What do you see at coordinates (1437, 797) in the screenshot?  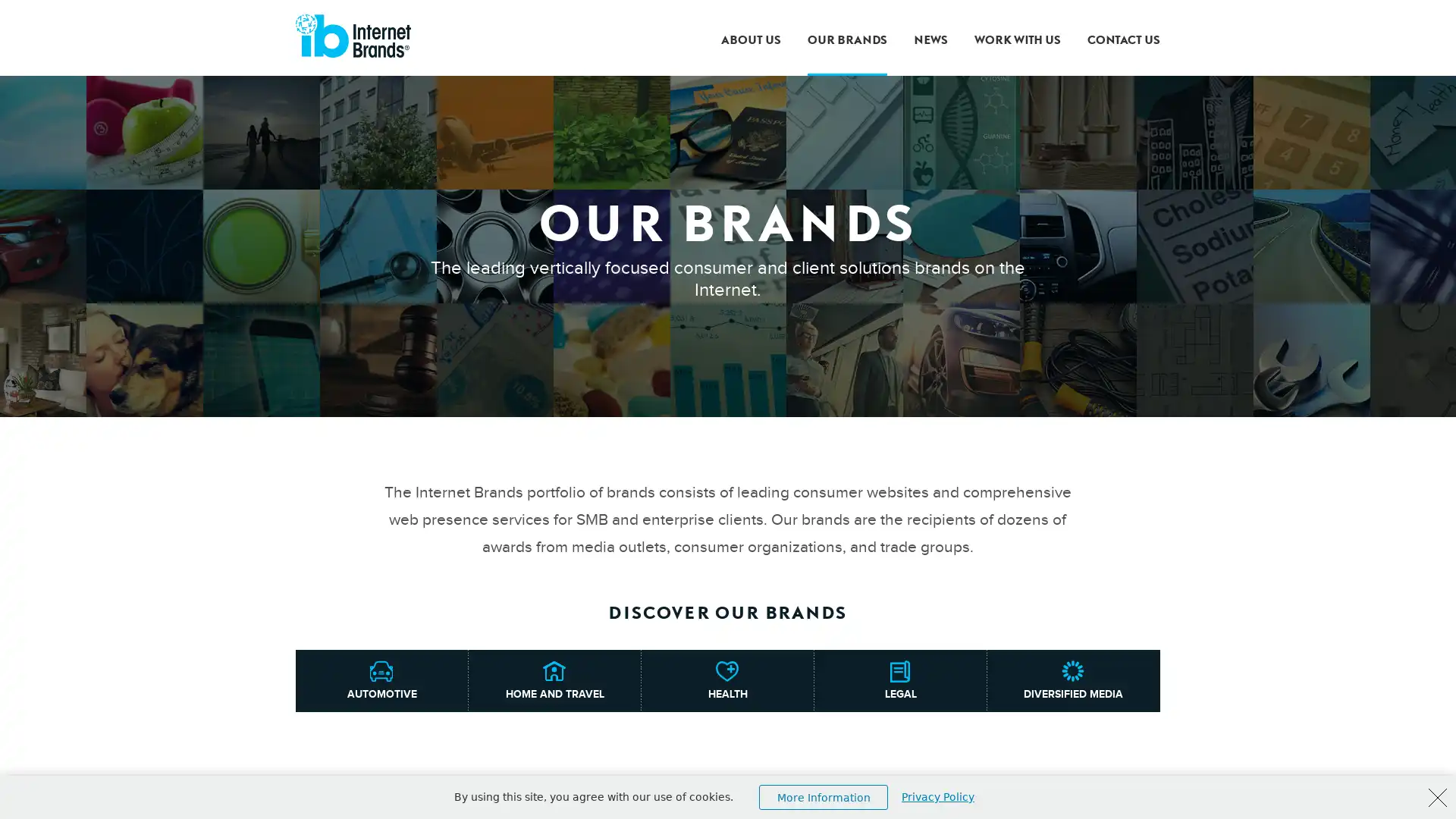 I see `WebMD Close` at bounding box center [1437, 797].